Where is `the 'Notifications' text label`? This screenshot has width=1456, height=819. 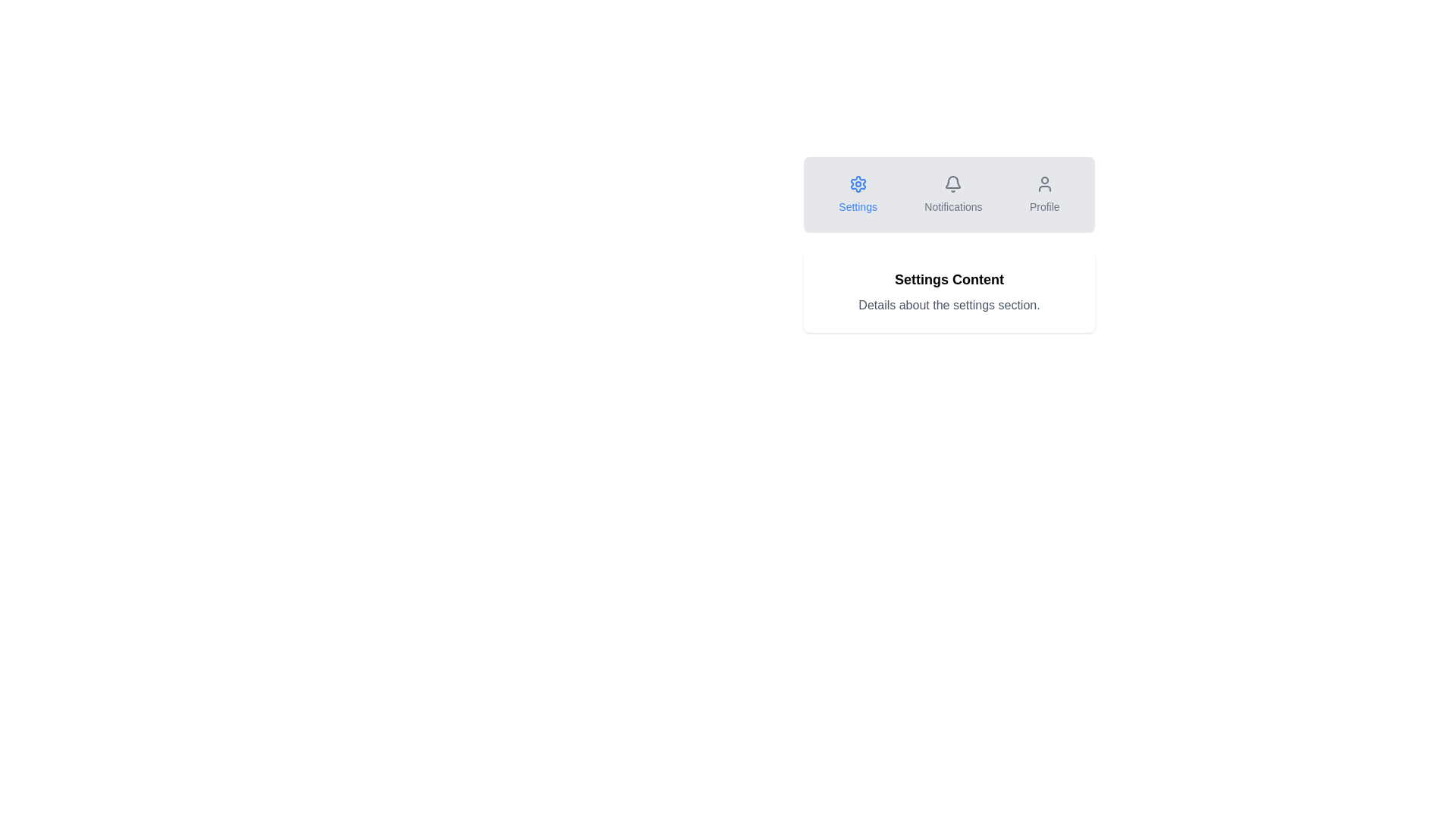 the 'Notifications' text label is located at coordinates (952, 207).